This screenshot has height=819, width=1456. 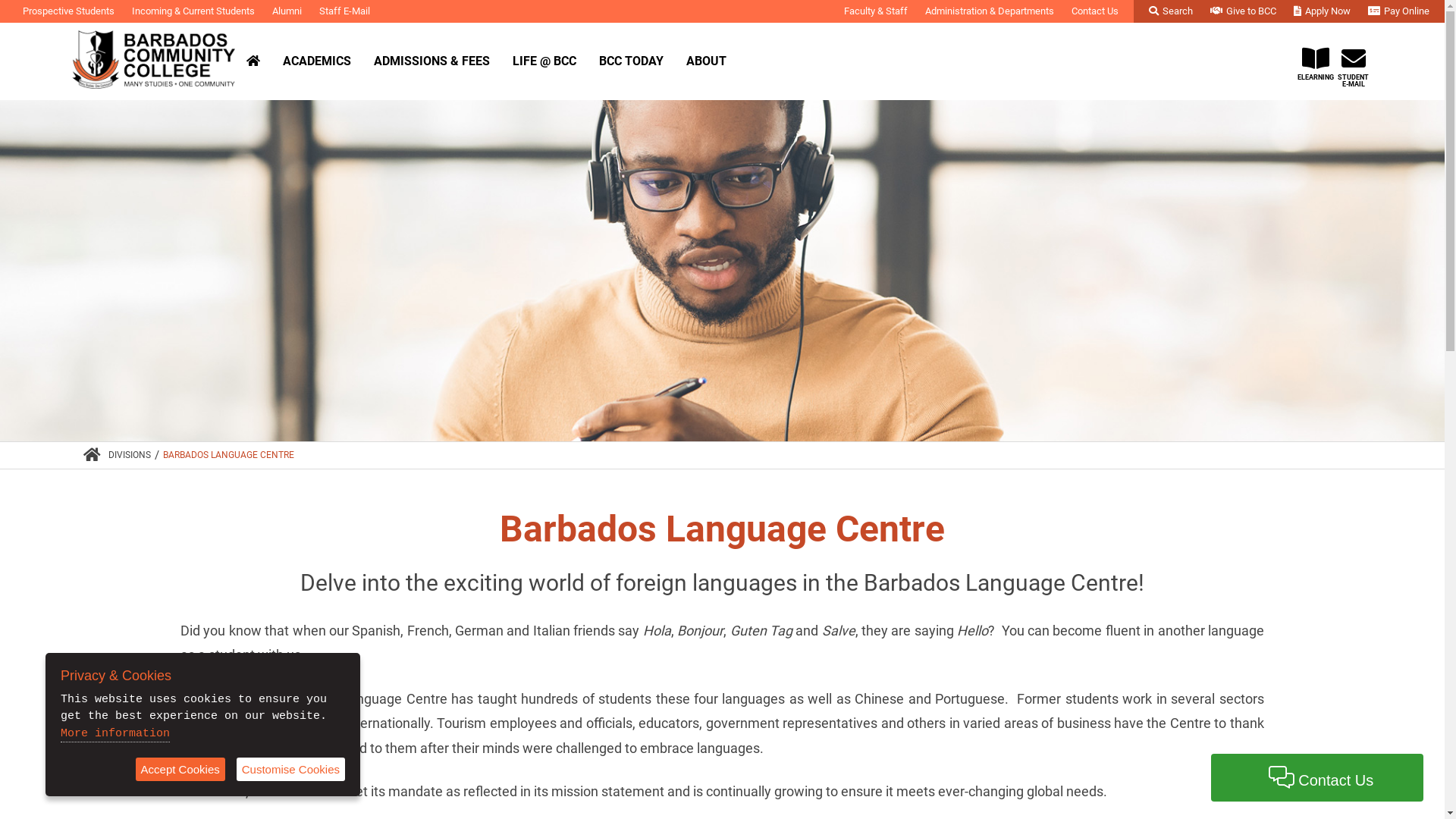 What do you see at coordinates (67, 11) in the screenshot?
I see `'Prospective Students'` at bounding box center [67, 11].